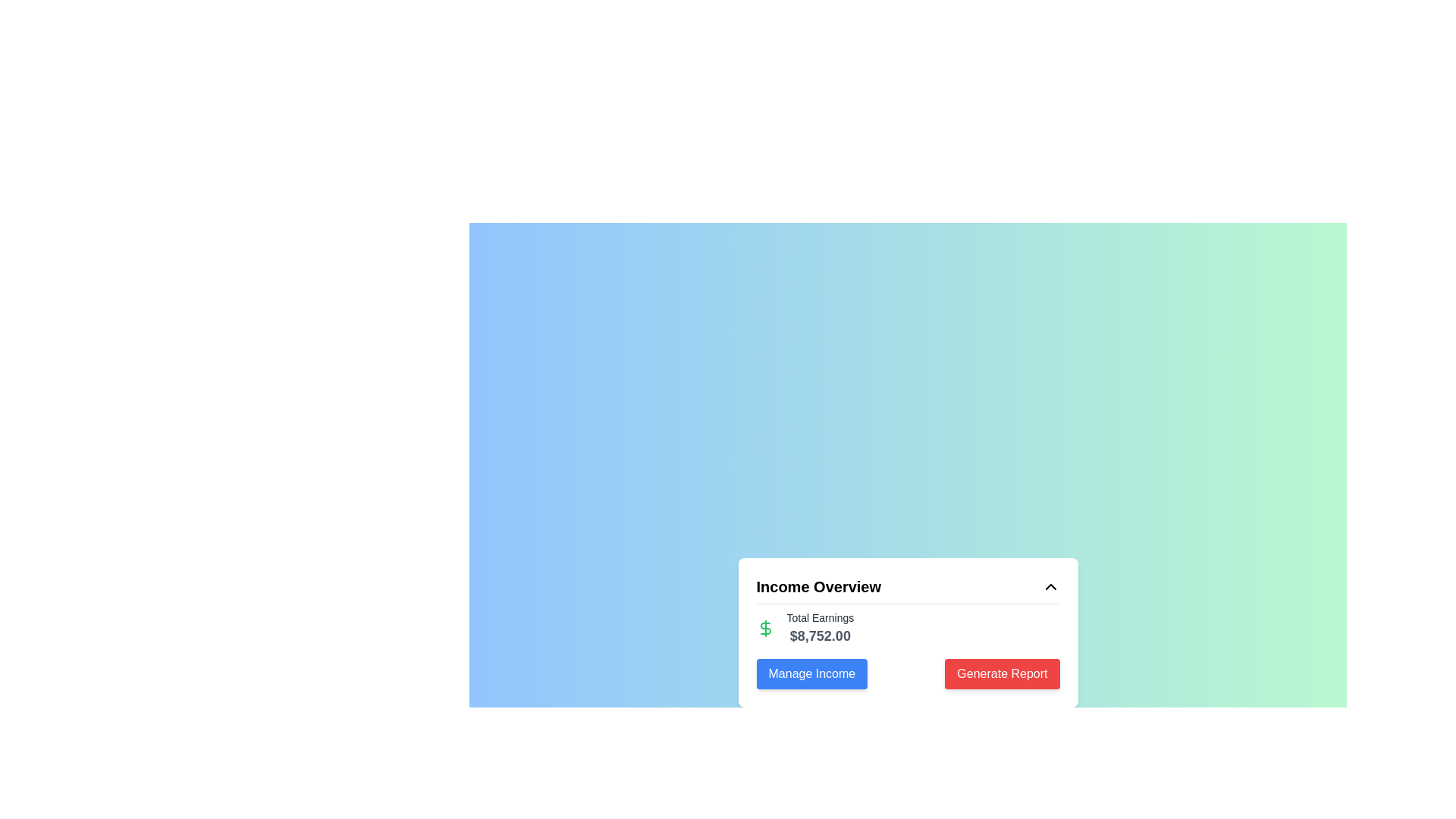  What do you see at coordinates (819, 635) in the screenshot?
I see `the monetary value '$8,752.00' displayed in bold gray text beneath the label 'Total Earnings' in the financial overview card` at bounding box center [819, 635].